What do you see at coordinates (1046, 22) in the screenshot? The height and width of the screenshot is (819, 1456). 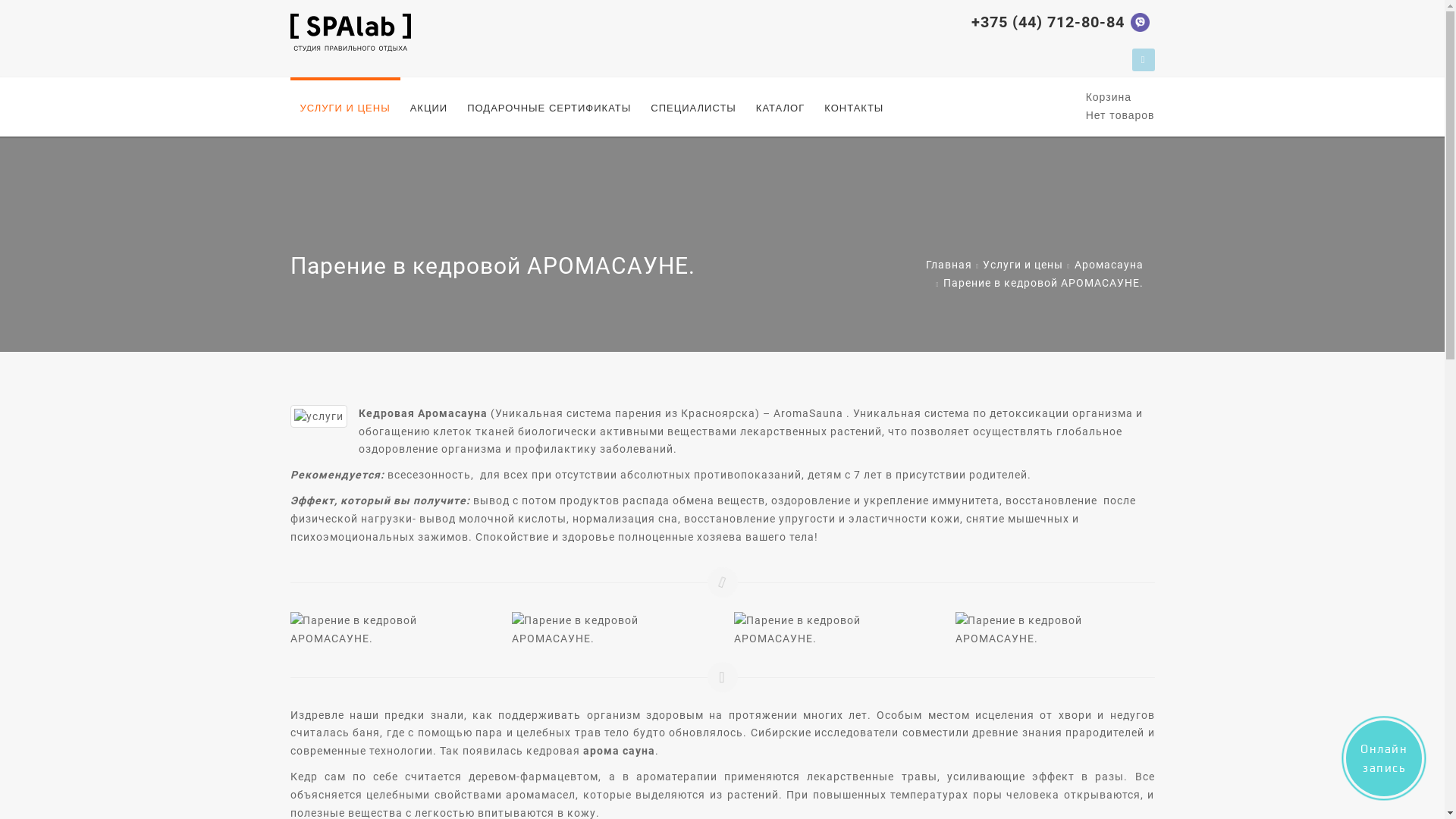 I see `'+375 (44) 712-80-84'` at bounding box center [1046, 22].